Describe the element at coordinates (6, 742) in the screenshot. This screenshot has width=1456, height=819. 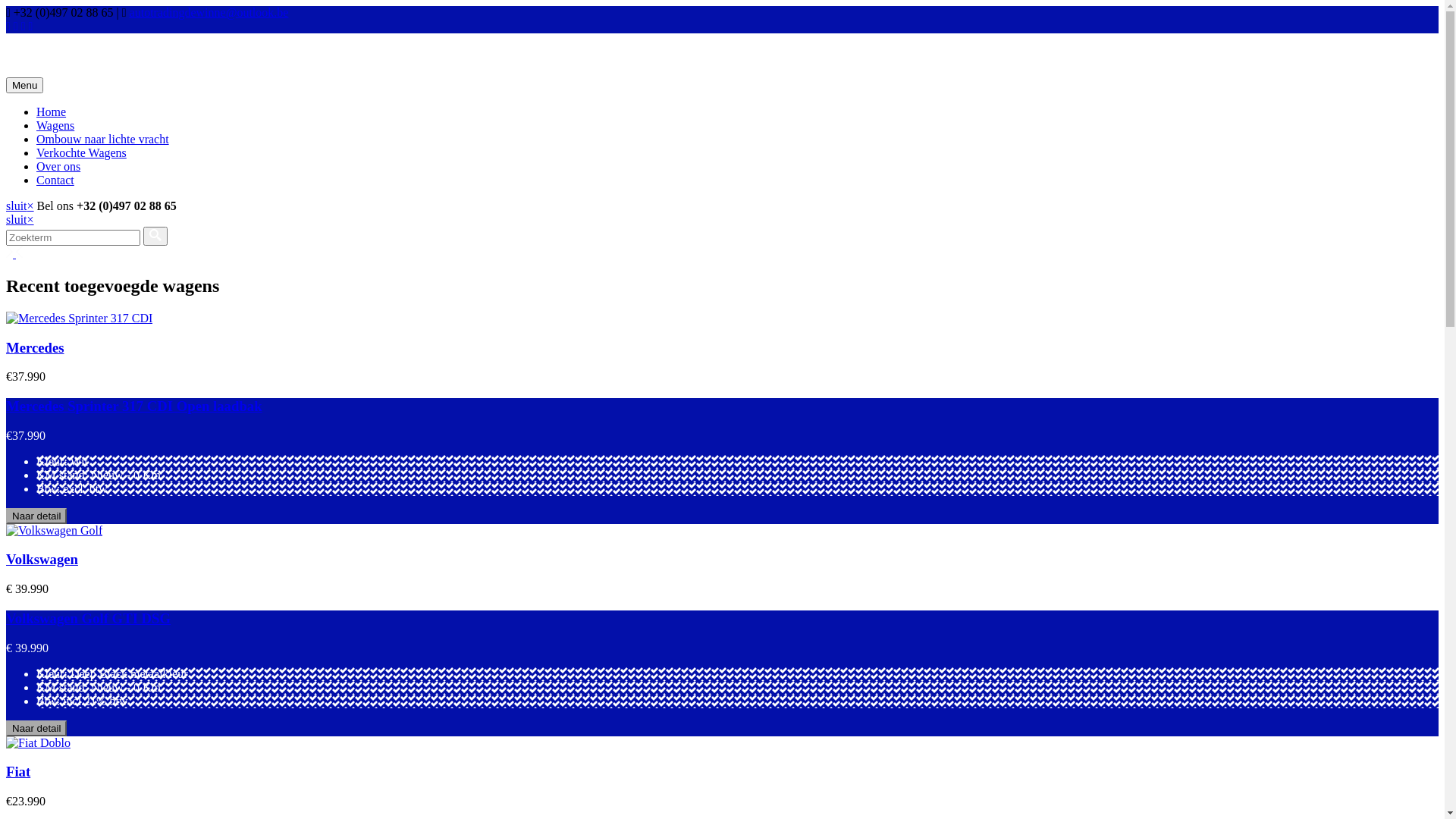
I see `' Fiat  Doblo '` at that location.